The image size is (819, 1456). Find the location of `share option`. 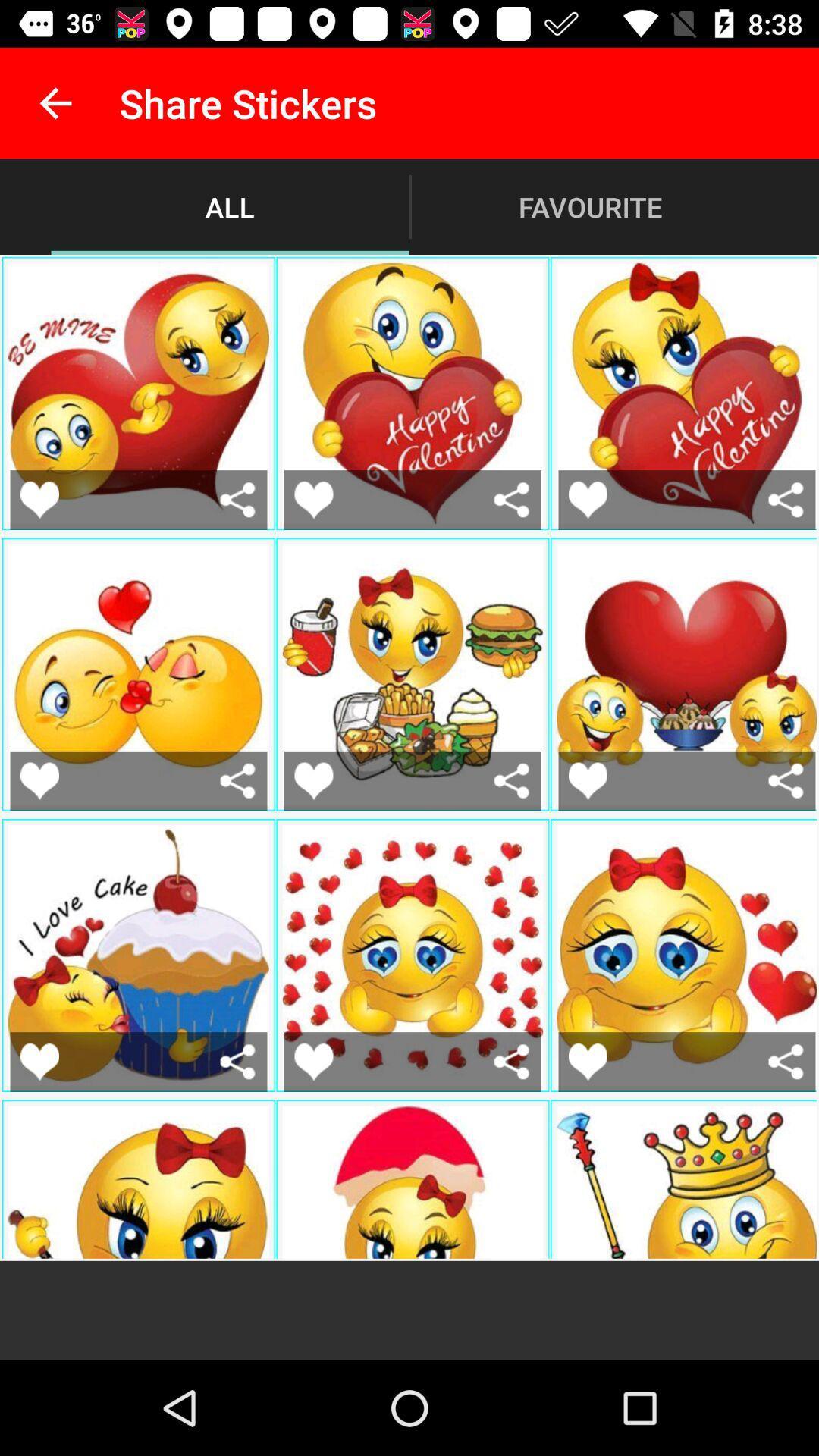

share option is located at coordinates (512, 500).